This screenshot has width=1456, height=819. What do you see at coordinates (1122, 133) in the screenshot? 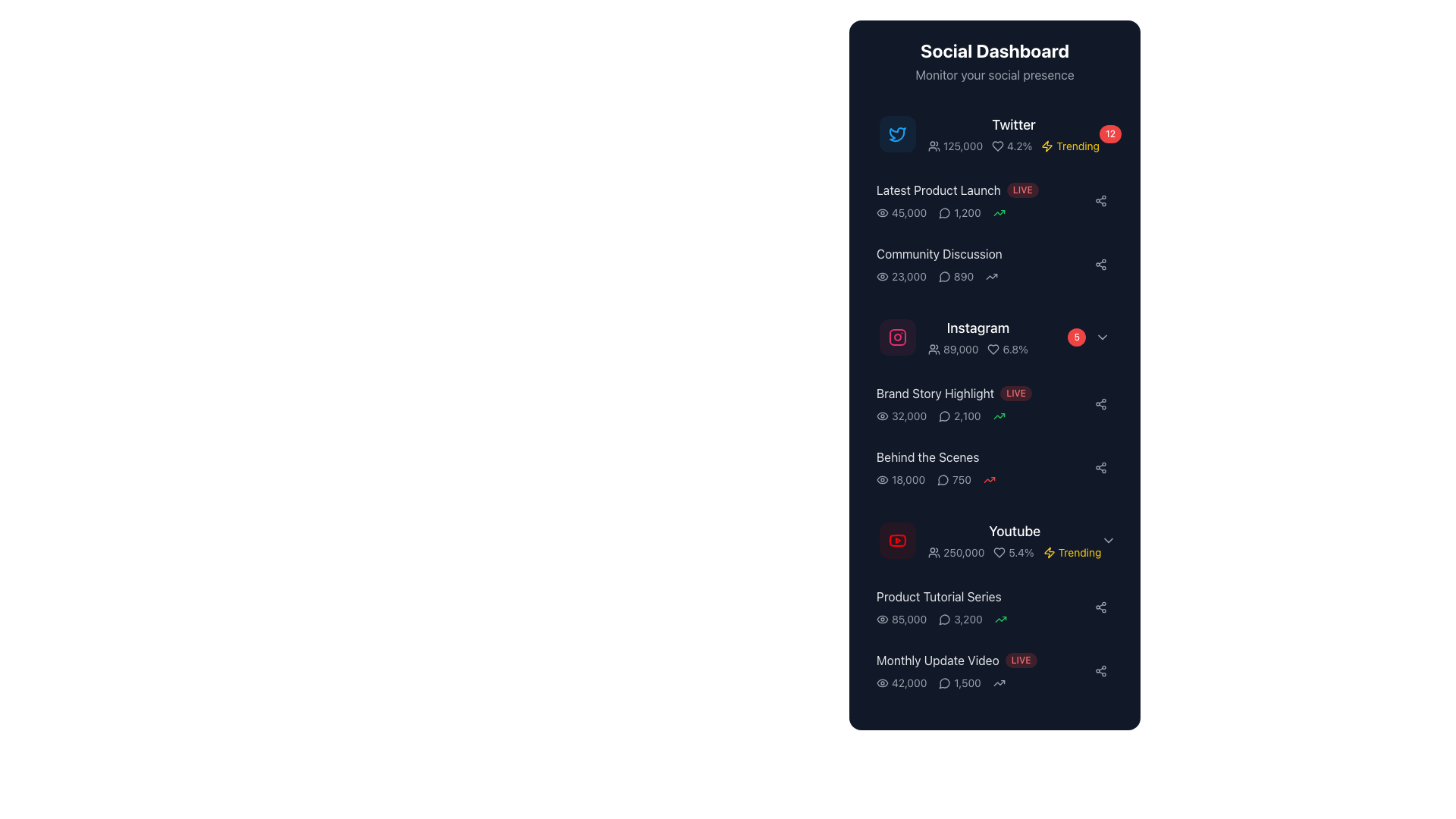
I see `the value displayed on the Notification badge located at the rightmost side of the 'Twitter' section in the dashboard, aligned with the 'Twitter' heading and 'Trending' label` at bounding box center [1122, 133].